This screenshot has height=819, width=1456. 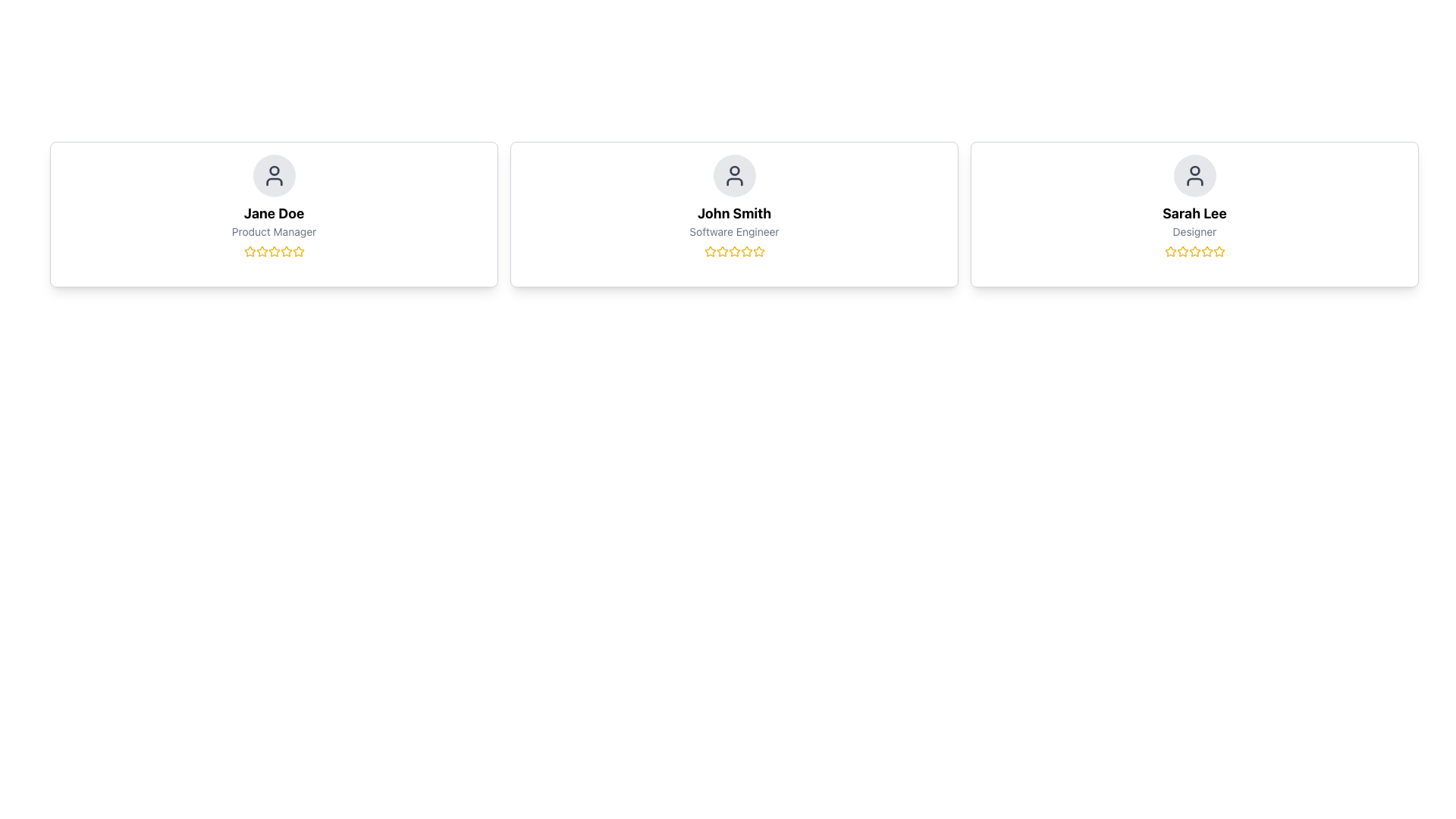 I want to click on the first star in the five-star rating system for 'John Smith, Software Engineer' located at the center of the interface, so click(x=709, y=250).